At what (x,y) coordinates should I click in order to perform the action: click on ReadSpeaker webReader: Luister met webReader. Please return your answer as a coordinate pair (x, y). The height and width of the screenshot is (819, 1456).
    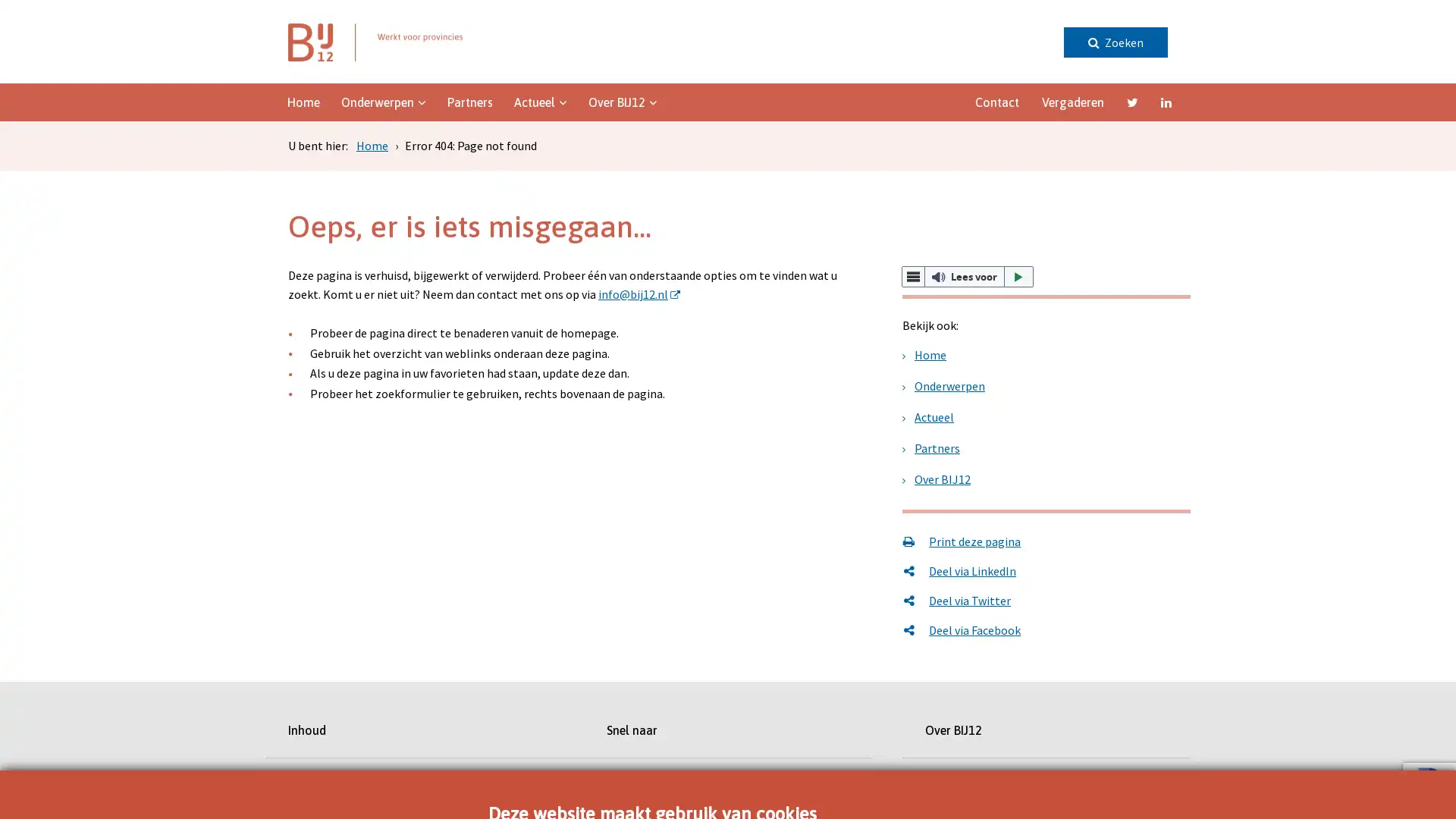
    Looking at the image, I should click on (967, 277).